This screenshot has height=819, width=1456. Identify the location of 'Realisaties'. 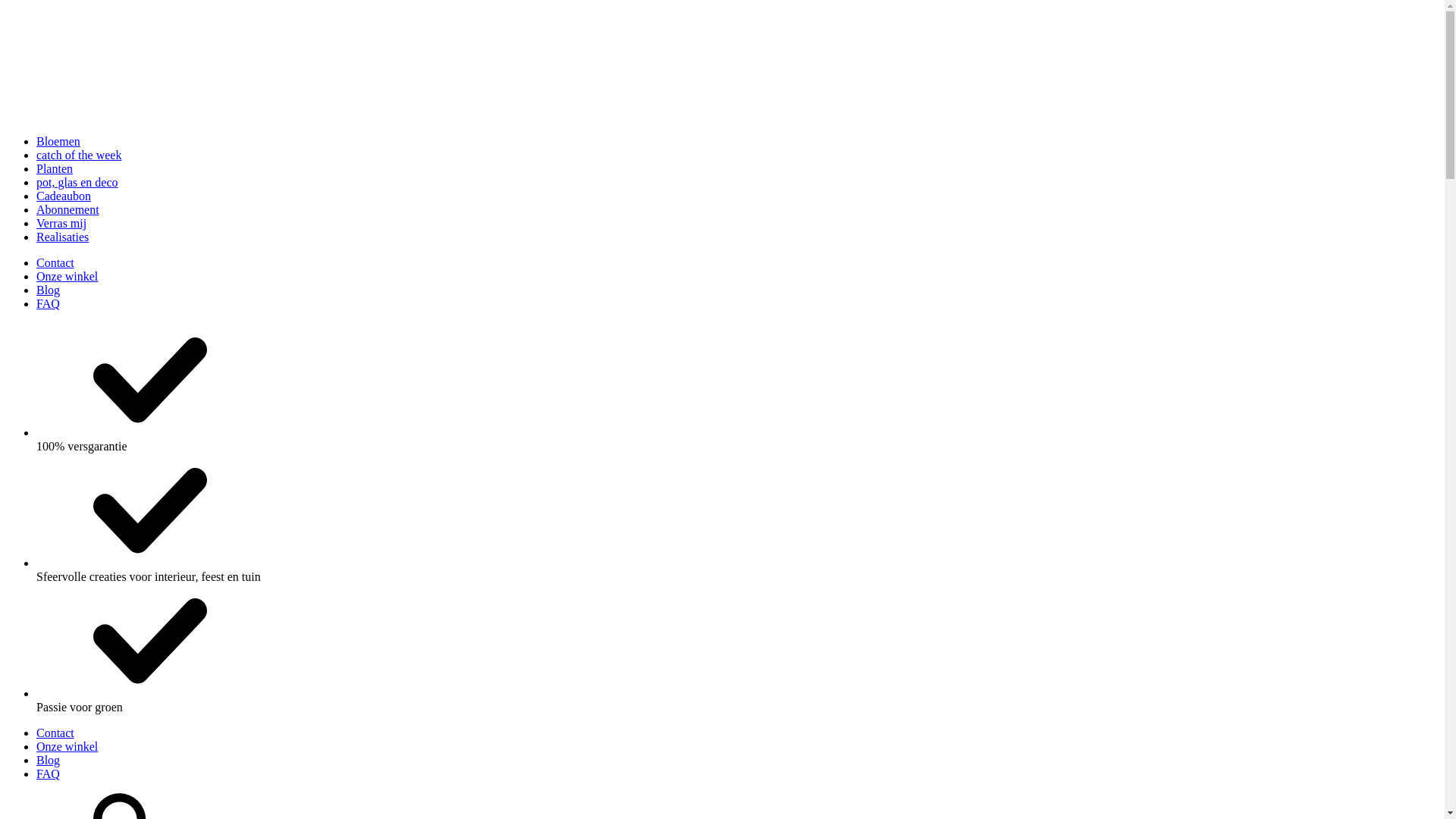
(61, 237).